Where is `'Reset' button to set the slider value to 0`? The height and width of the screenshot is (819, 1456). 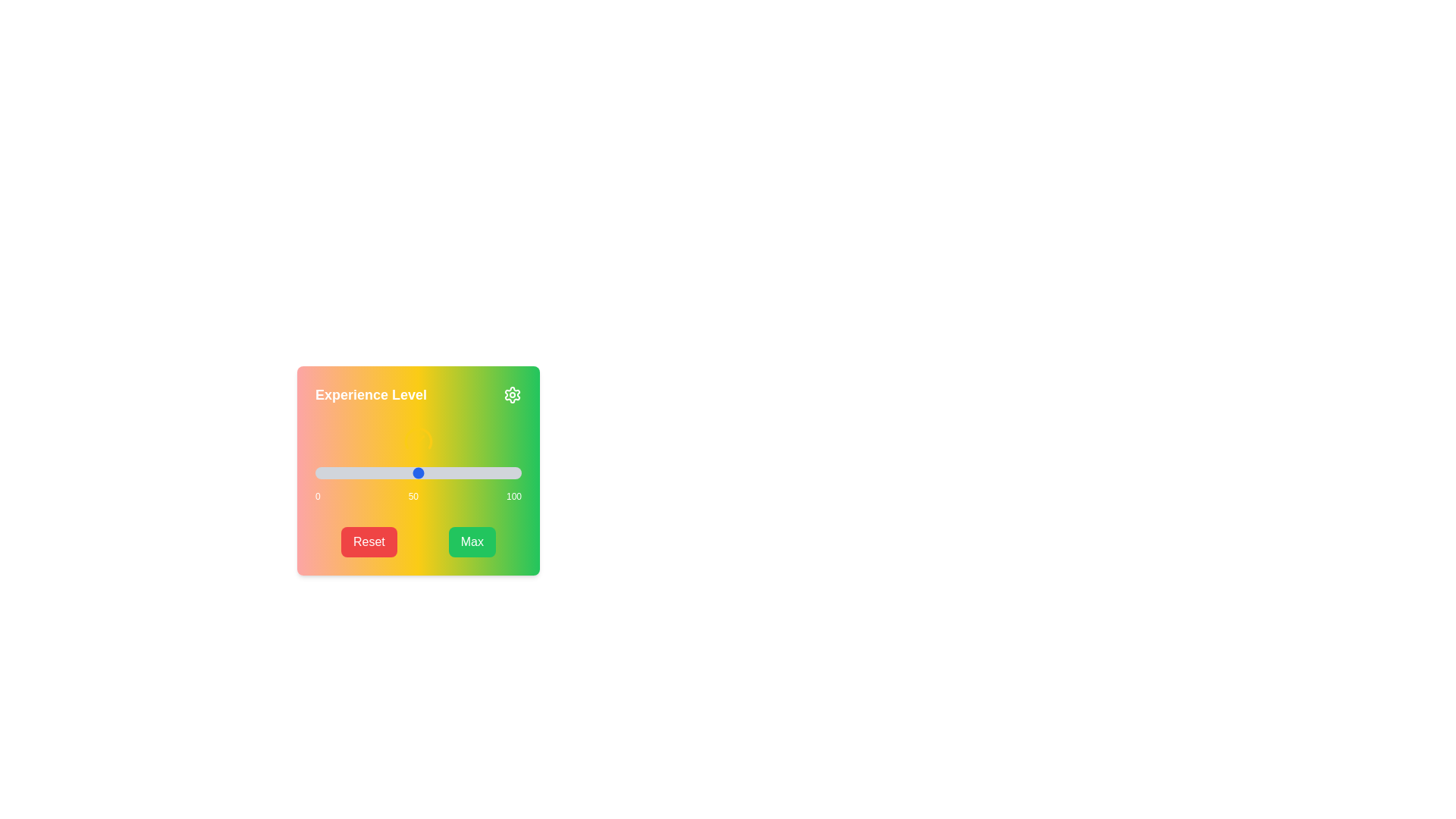
'Reset' button to set the slider value to 0 is located at coordinates (369, 541).